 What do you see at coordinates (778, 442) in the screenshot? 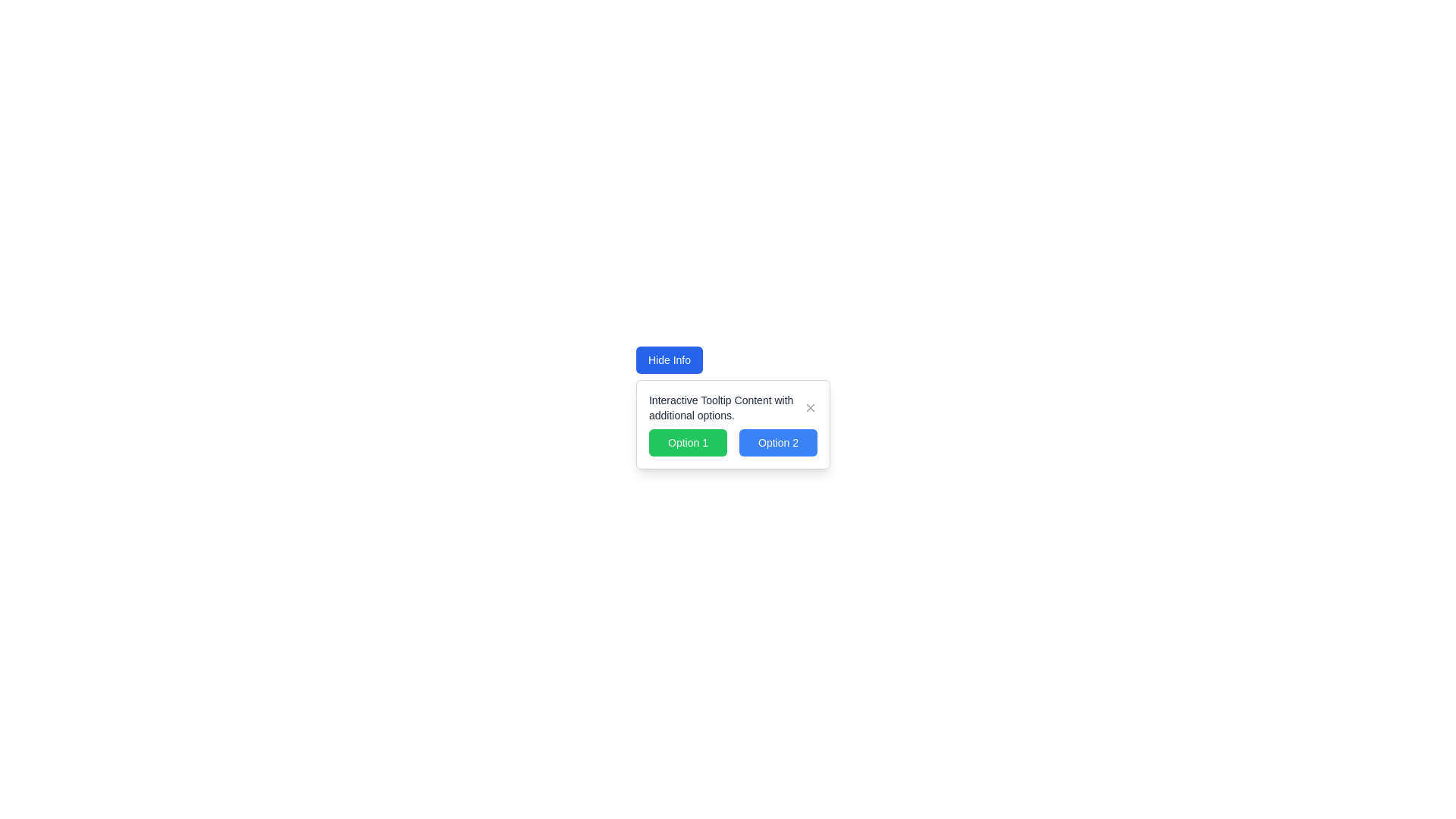
I see `the button that allows the user to select 'Option 2'` at bounding box center [778, 442].